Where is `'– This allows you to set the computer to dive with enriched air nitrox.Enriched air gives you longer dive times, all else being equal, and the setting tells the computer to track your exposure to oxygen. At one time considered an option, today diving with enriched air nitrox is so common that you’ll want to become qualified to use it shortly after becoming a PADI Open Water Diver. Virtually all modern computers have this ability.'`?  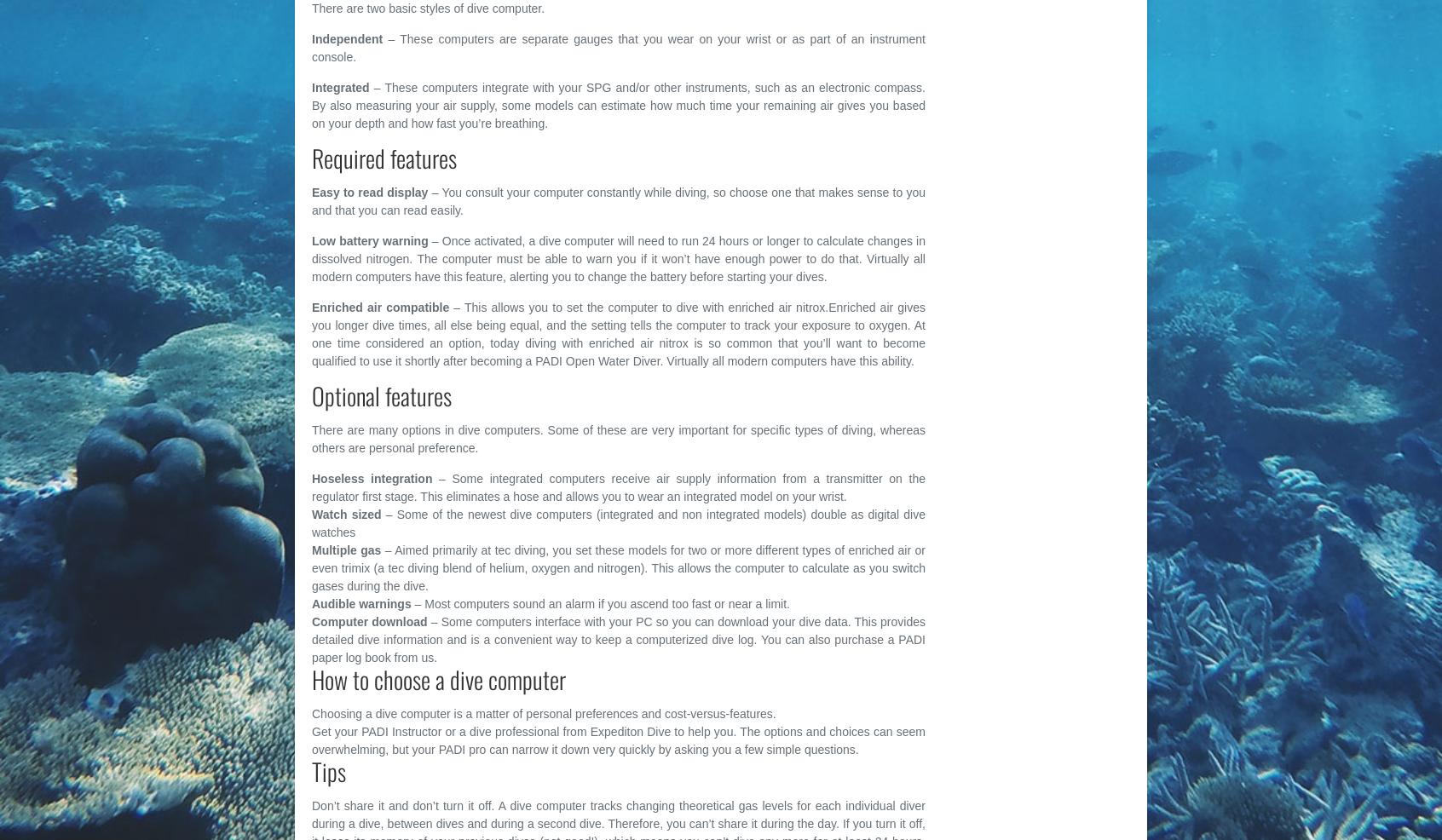 '– This allows you to set the computer to dive with enriched air nitrox.Enriched air gives you longer dive times, all else being equal, and the setting tells the computer to track your exposure to oxygen. At one time considered an option, today diving with enriched air nitrox is so common that you’ll want to become qualified to use it shortly after becoming a PADI Open Water Diver. Virtually all modern computers have this ability.' is located at coordinates (618, 333).